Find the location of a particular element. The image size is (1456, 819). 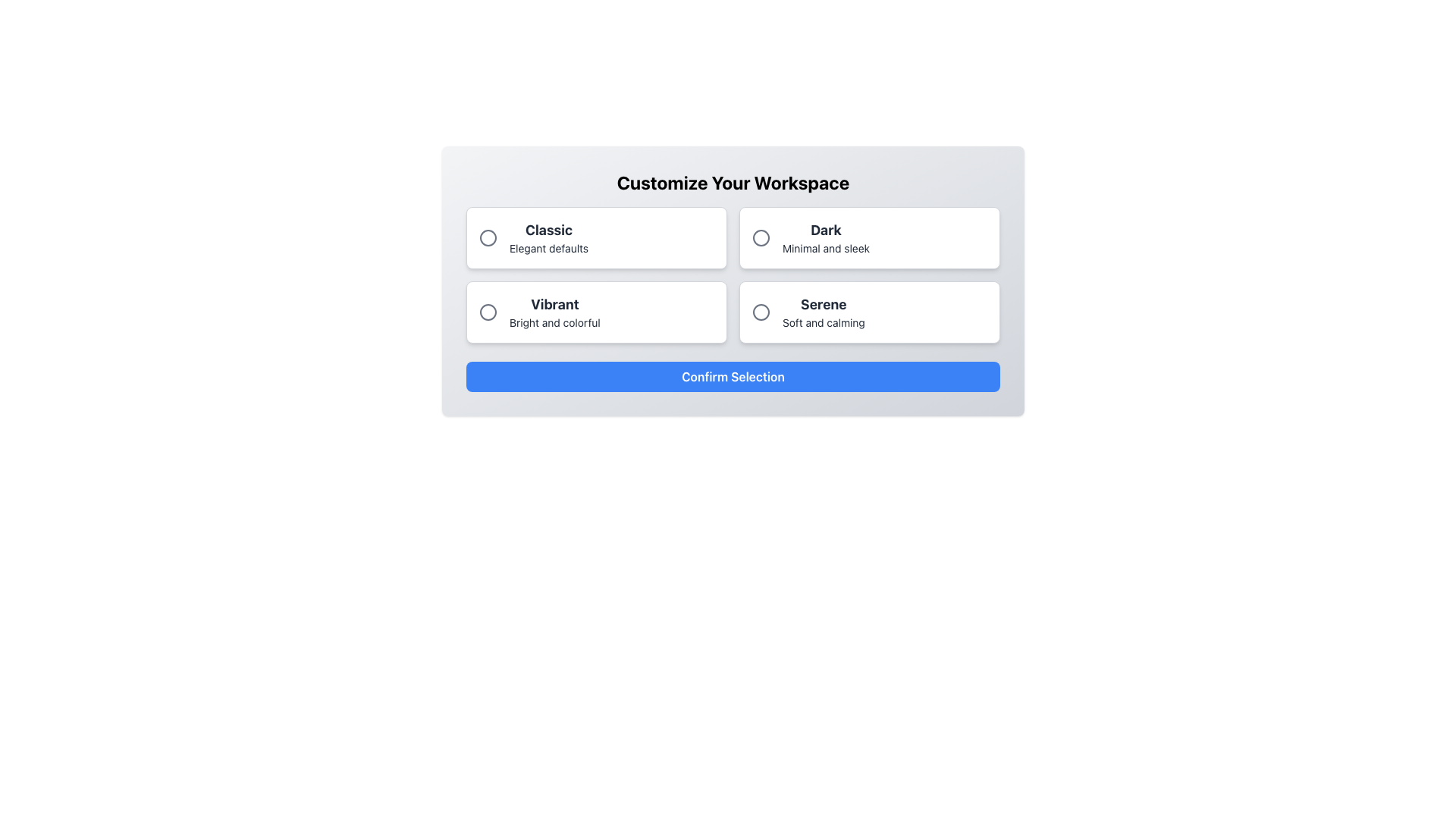

the Text Label displaying 'Dark', which is styled in bold and large font, located in the second option of a grid of theme options, above 'Minimal and sleek' is located at coordinates (825, 231).